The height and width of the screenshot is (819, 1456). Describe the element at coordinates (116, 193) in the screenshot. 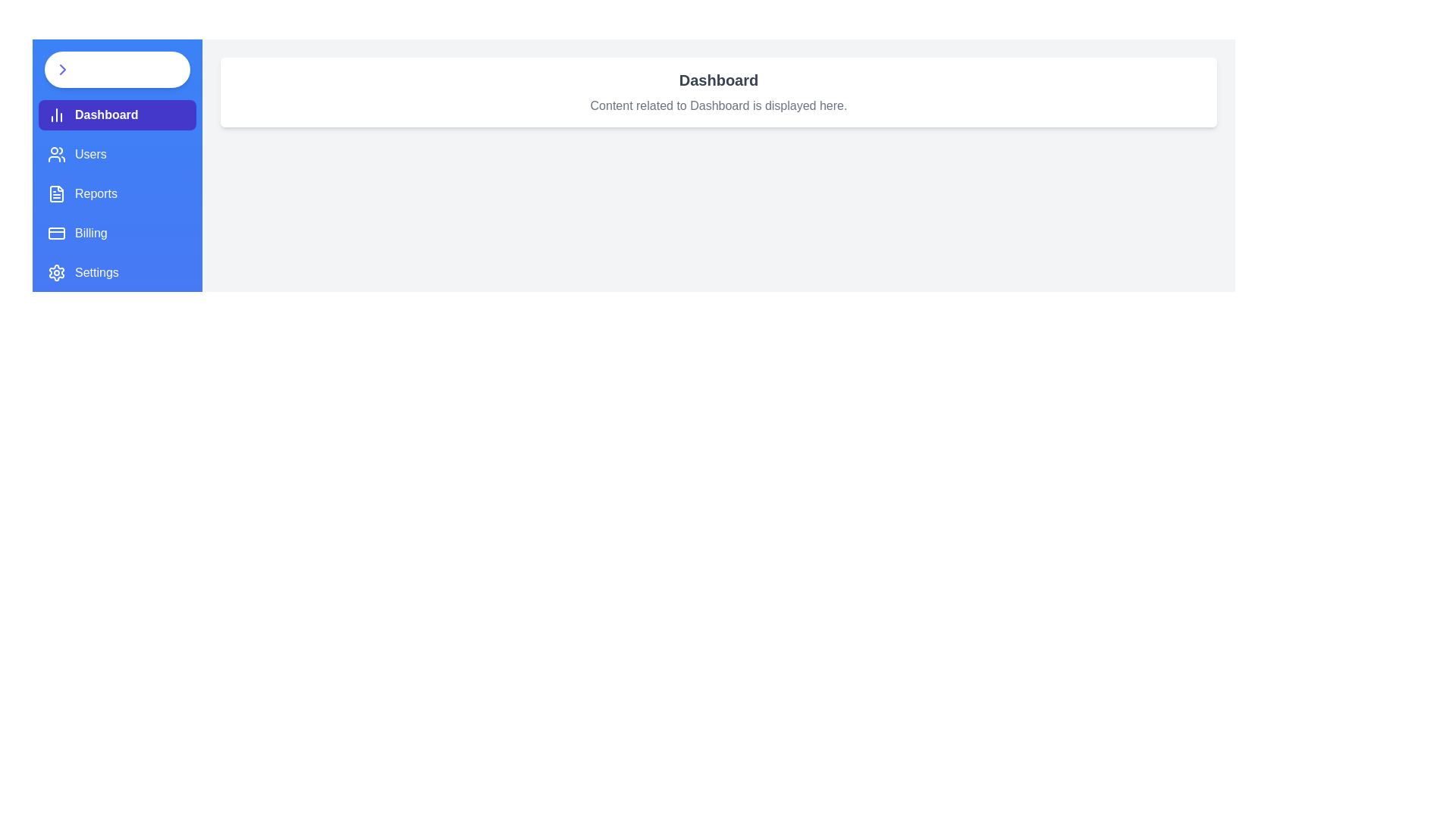

I see `the tab labeled Reports from the sidebar` at that location.